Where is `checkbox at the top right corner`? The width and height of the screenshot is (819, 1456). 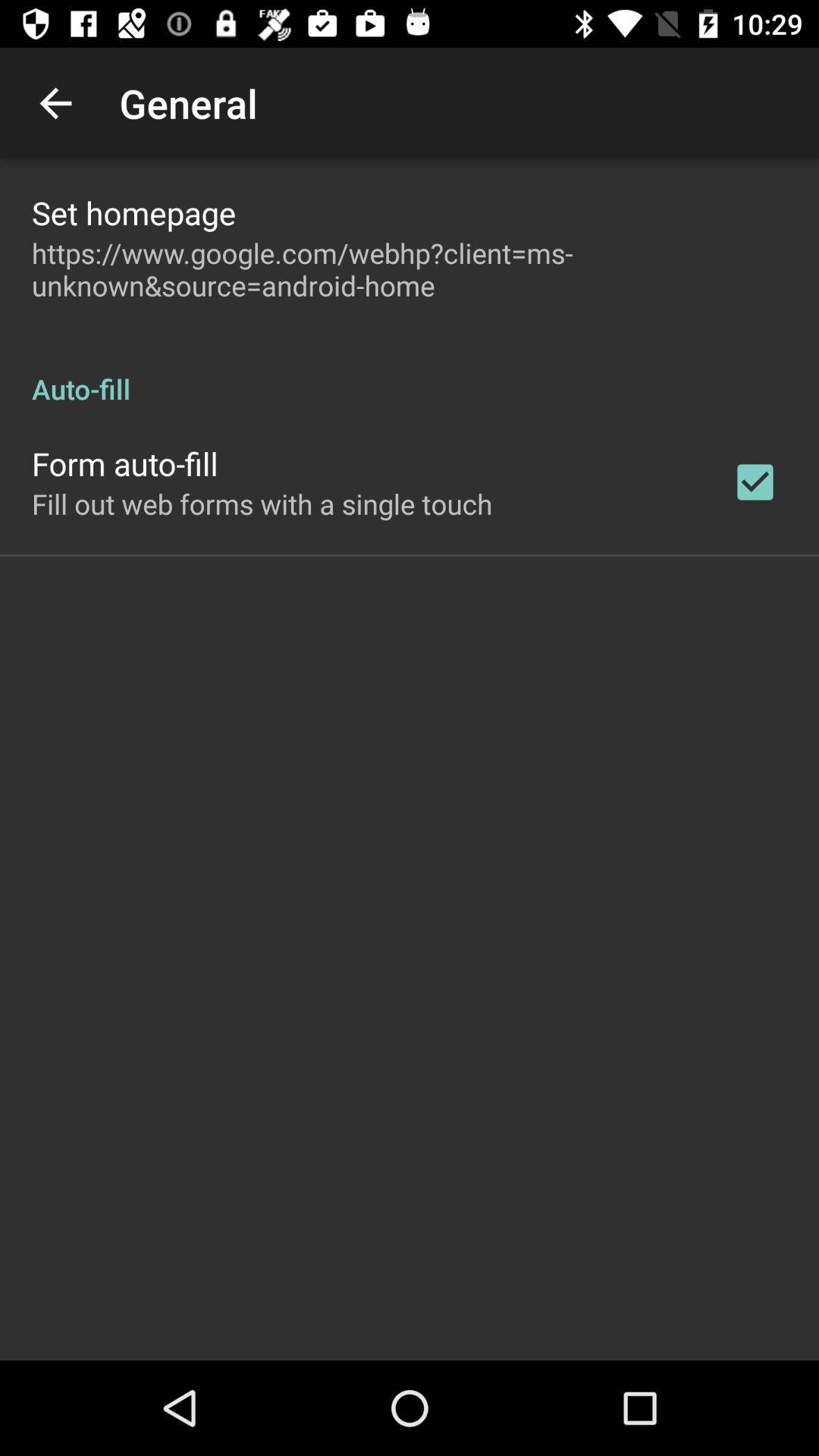
checkbox at the top right corner is located at coordinates (755, 481).